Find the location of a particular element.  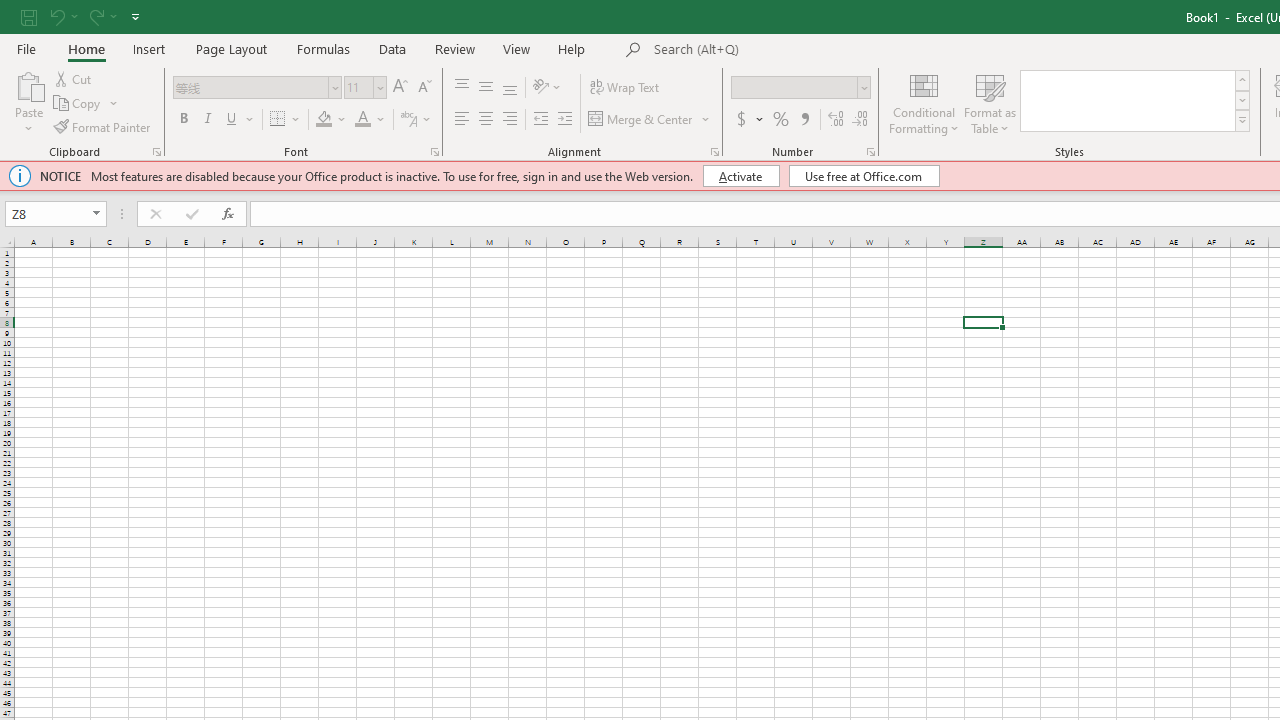

'Fill Color' is located at coordinates (324, 119).